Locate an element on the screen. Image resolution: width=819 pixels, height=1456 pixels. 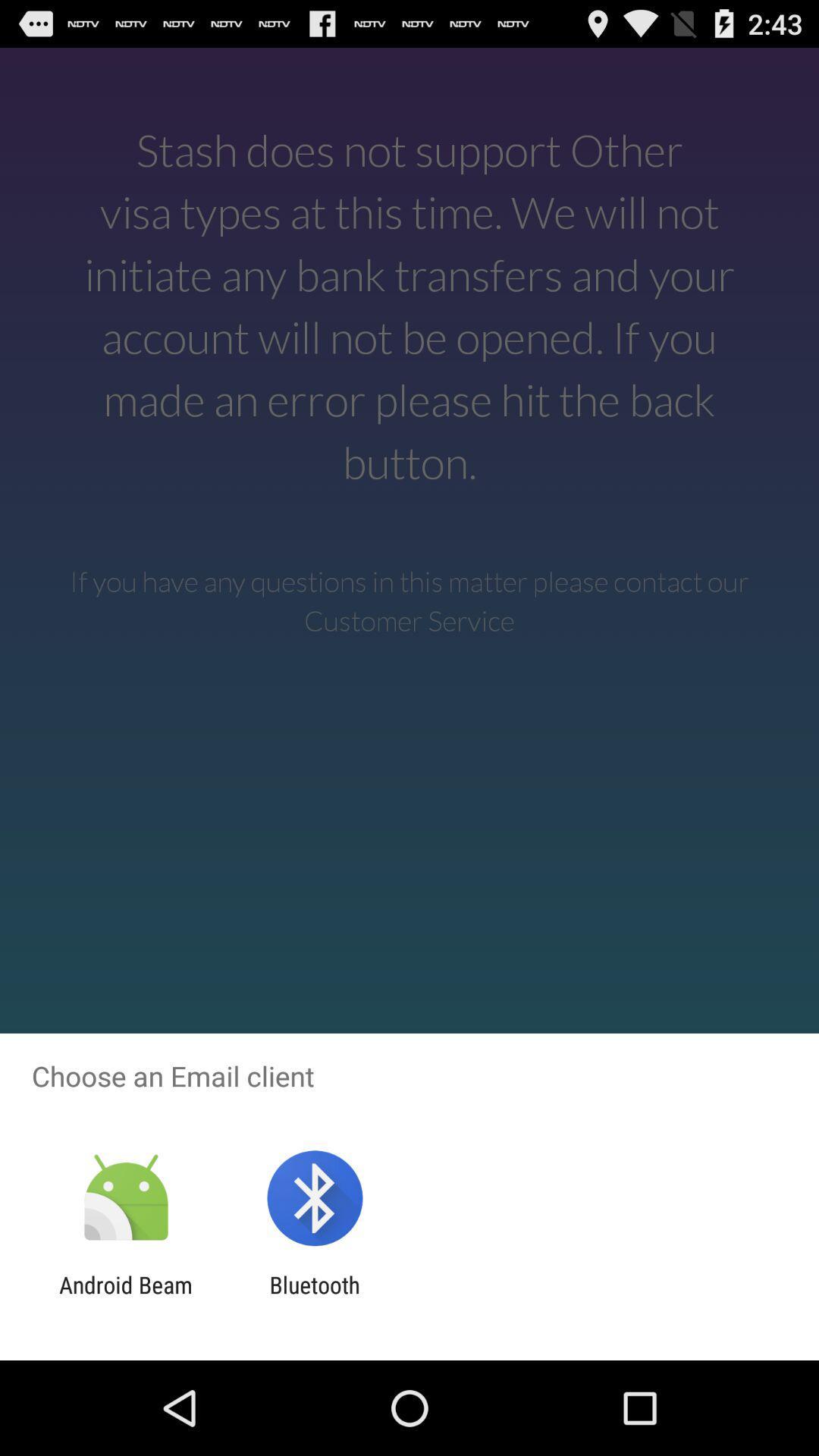
the icon to the left of bluetooth app is located at coordinates (125, 1298).